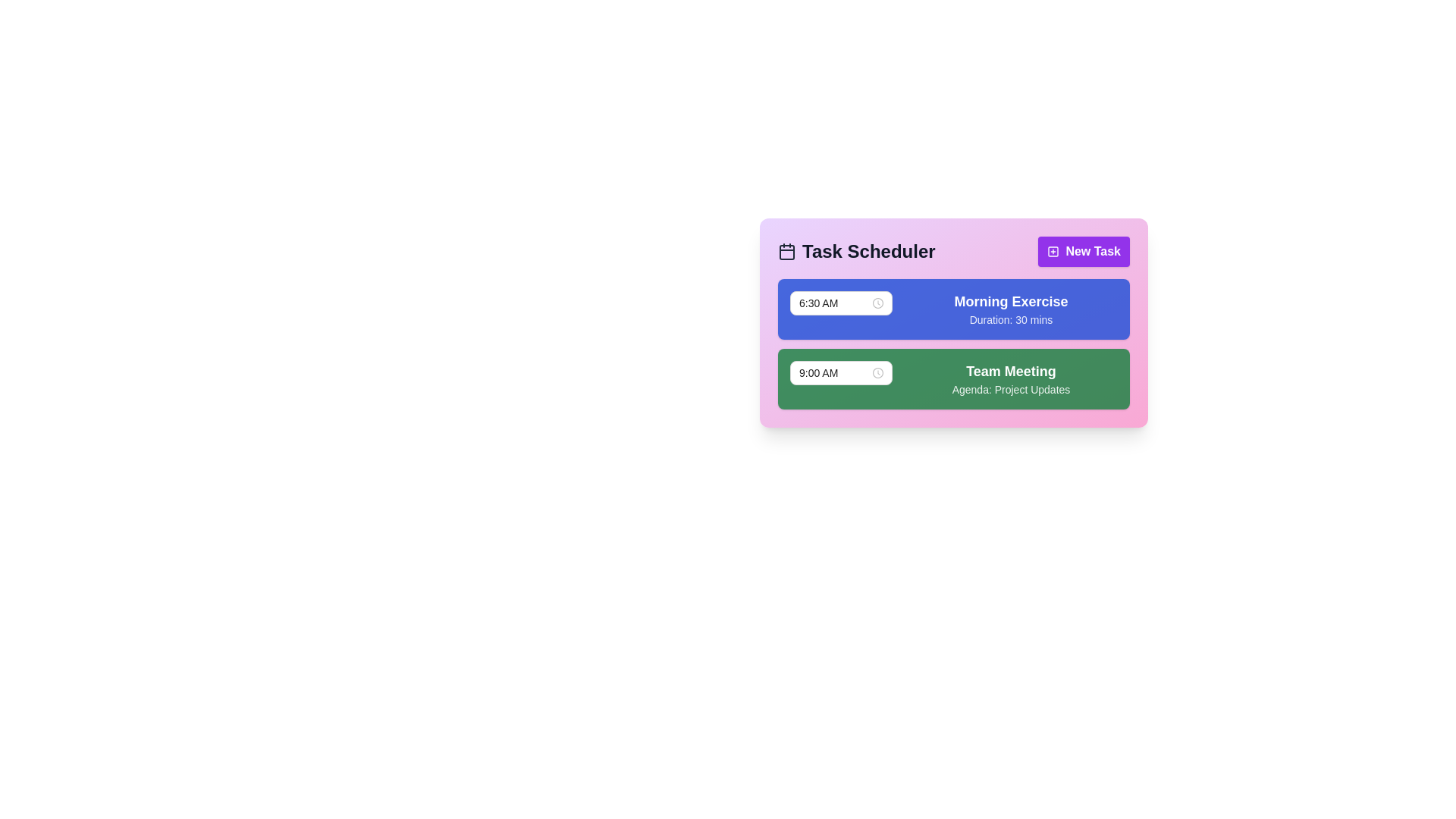 This screenshot has width=1456, height=819. Describe the element at coordinates (833, 373) in the screenshot. I see `the time picker text input field located in the middle of the green 'Team Meeting' section` at that location.